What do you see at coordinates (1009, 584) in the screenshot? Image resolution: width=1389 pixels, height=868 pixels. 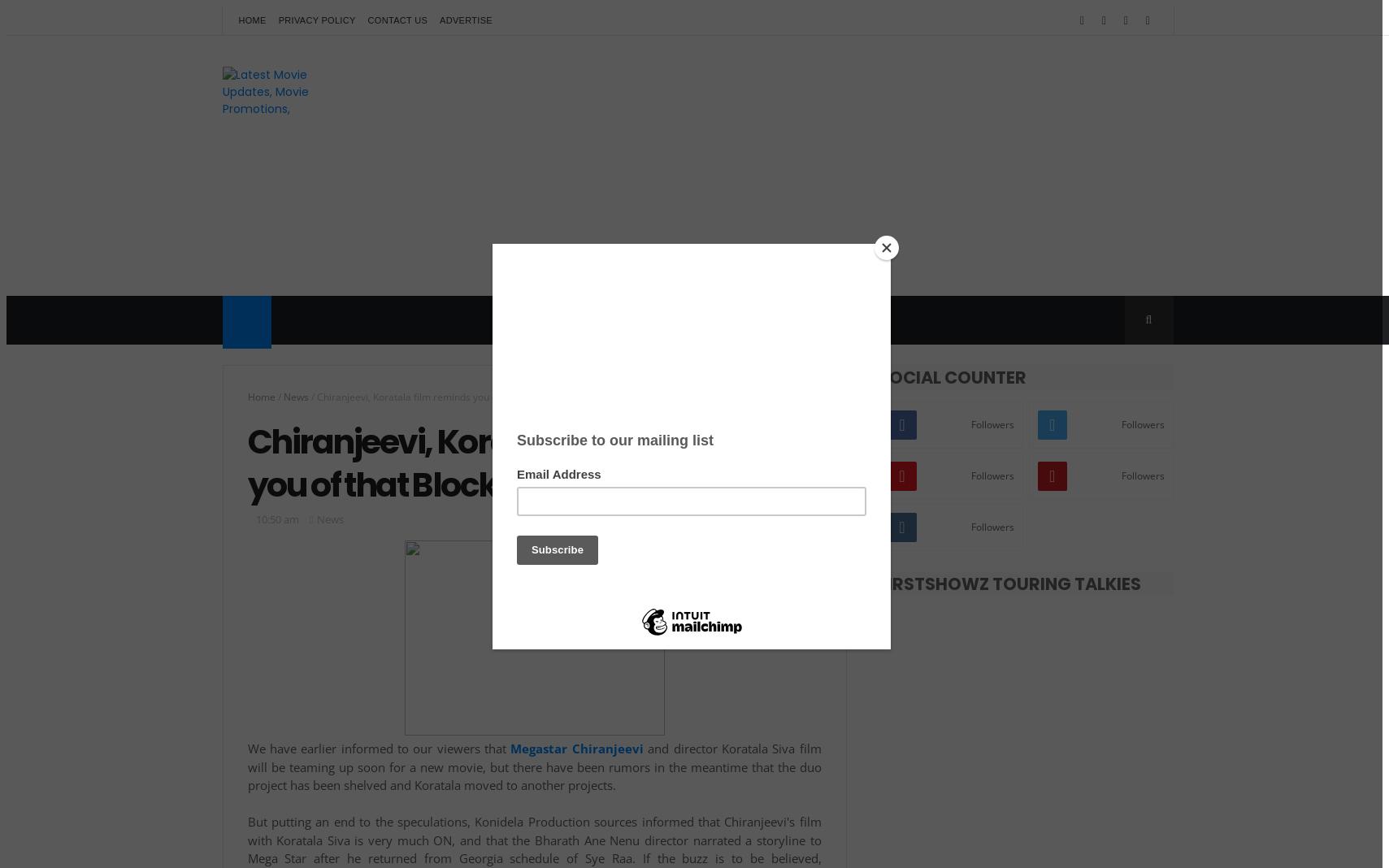 I see `'Firstshowz Touring Talkies'` at bounding box center [1009, 584].